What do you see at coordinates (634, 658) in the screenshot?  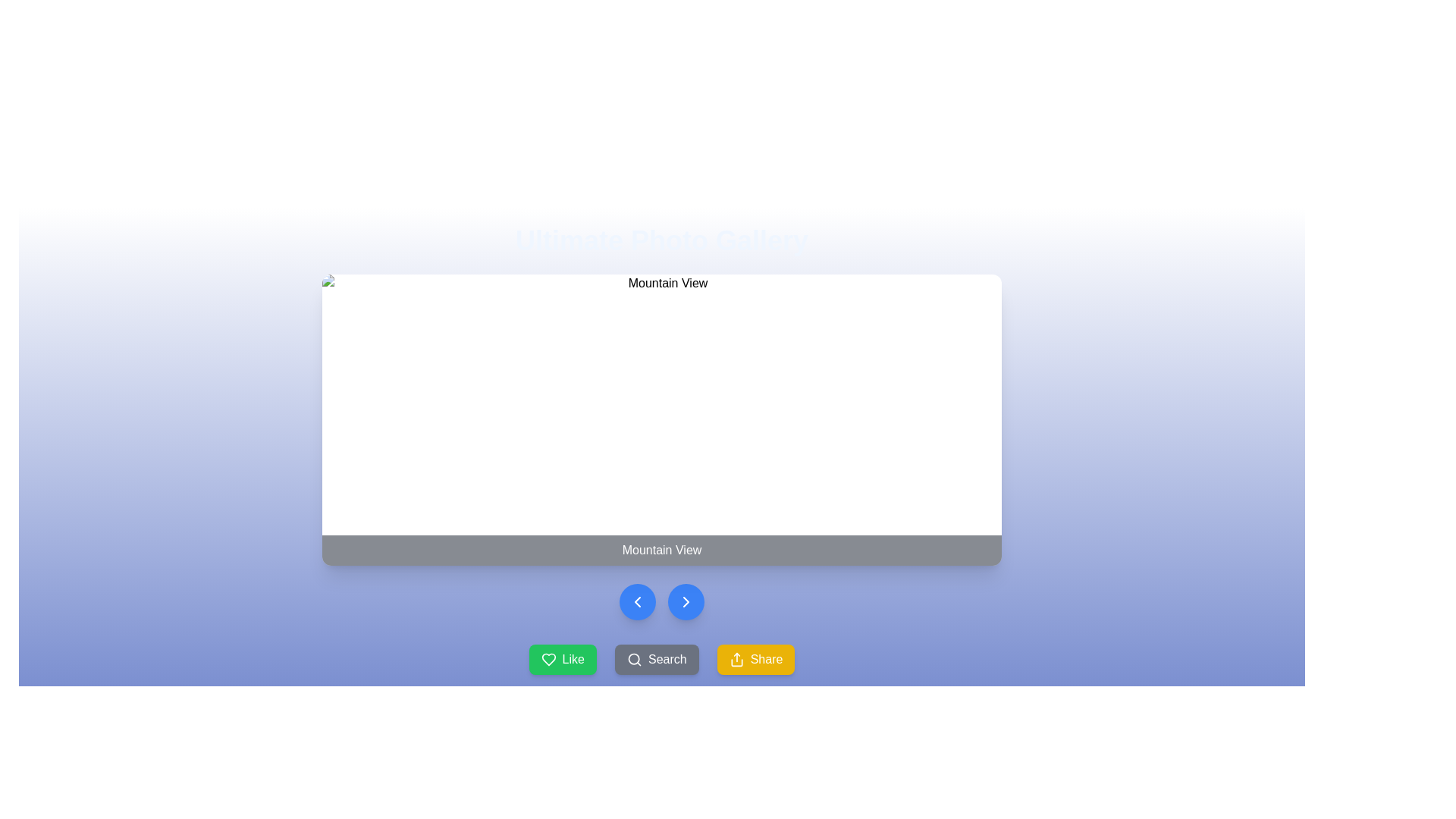 I see `the circular graphical element that serves as a visual indicator for the search functionality, located within the 'Search' button area` at bounding box center [634, 658].